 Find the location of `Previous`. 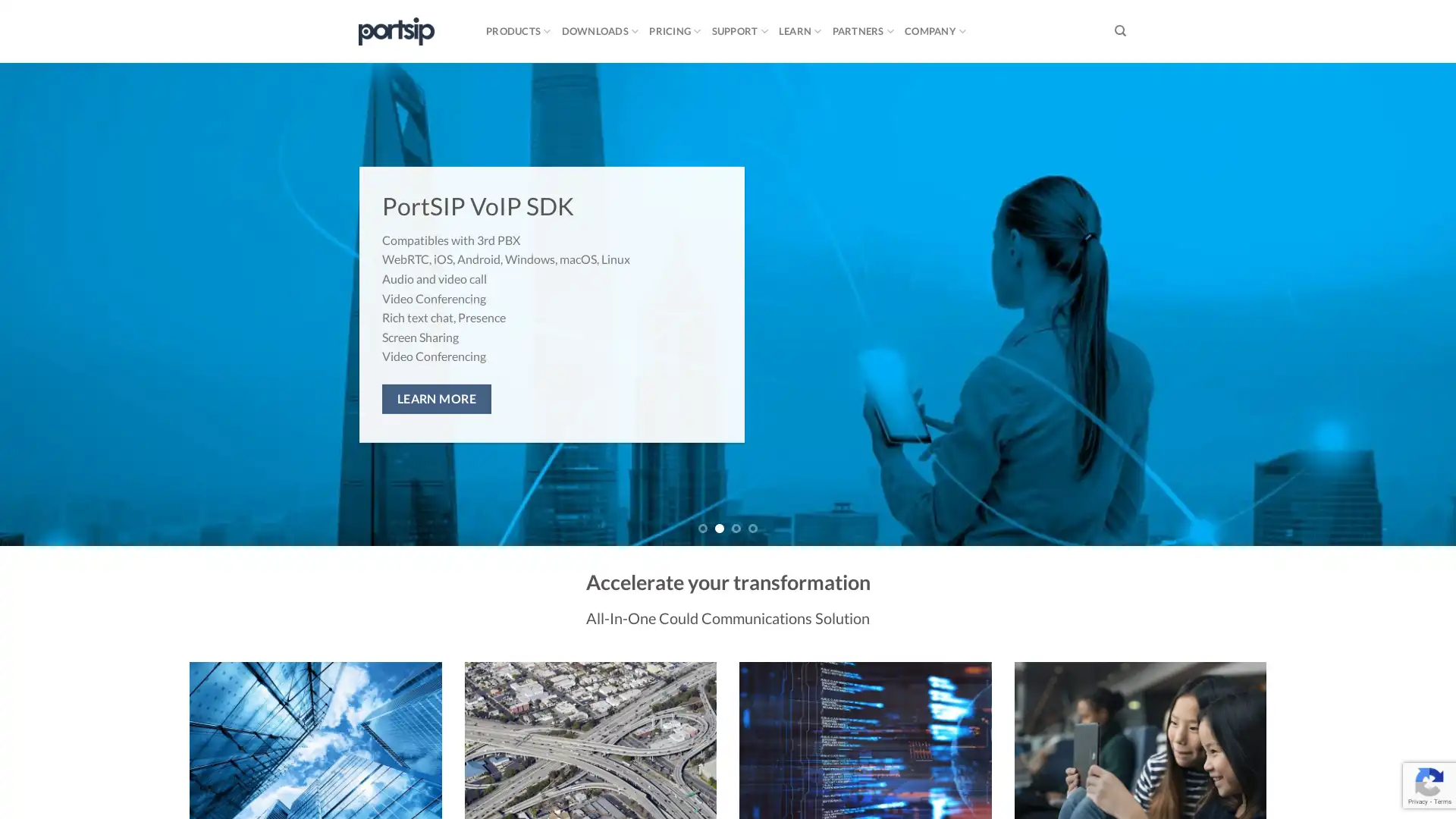

Previous is located at coordinates (47, 304).